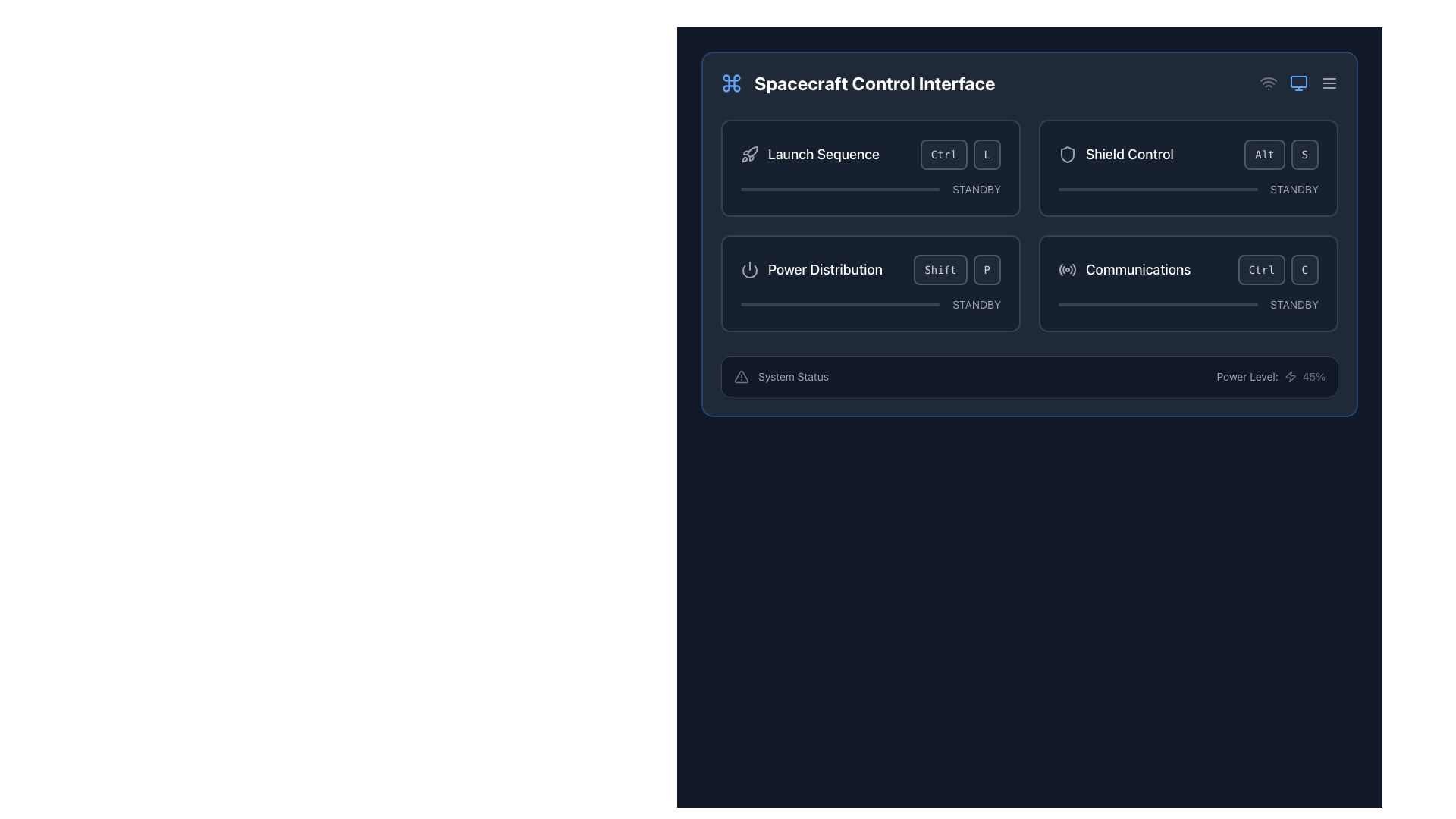 The width and height of the screenshot is (1456, 819). What do you see at coordinates (1187, 189) in the screenshot?
I see `the shield control` at bounding box center [1187, 189].